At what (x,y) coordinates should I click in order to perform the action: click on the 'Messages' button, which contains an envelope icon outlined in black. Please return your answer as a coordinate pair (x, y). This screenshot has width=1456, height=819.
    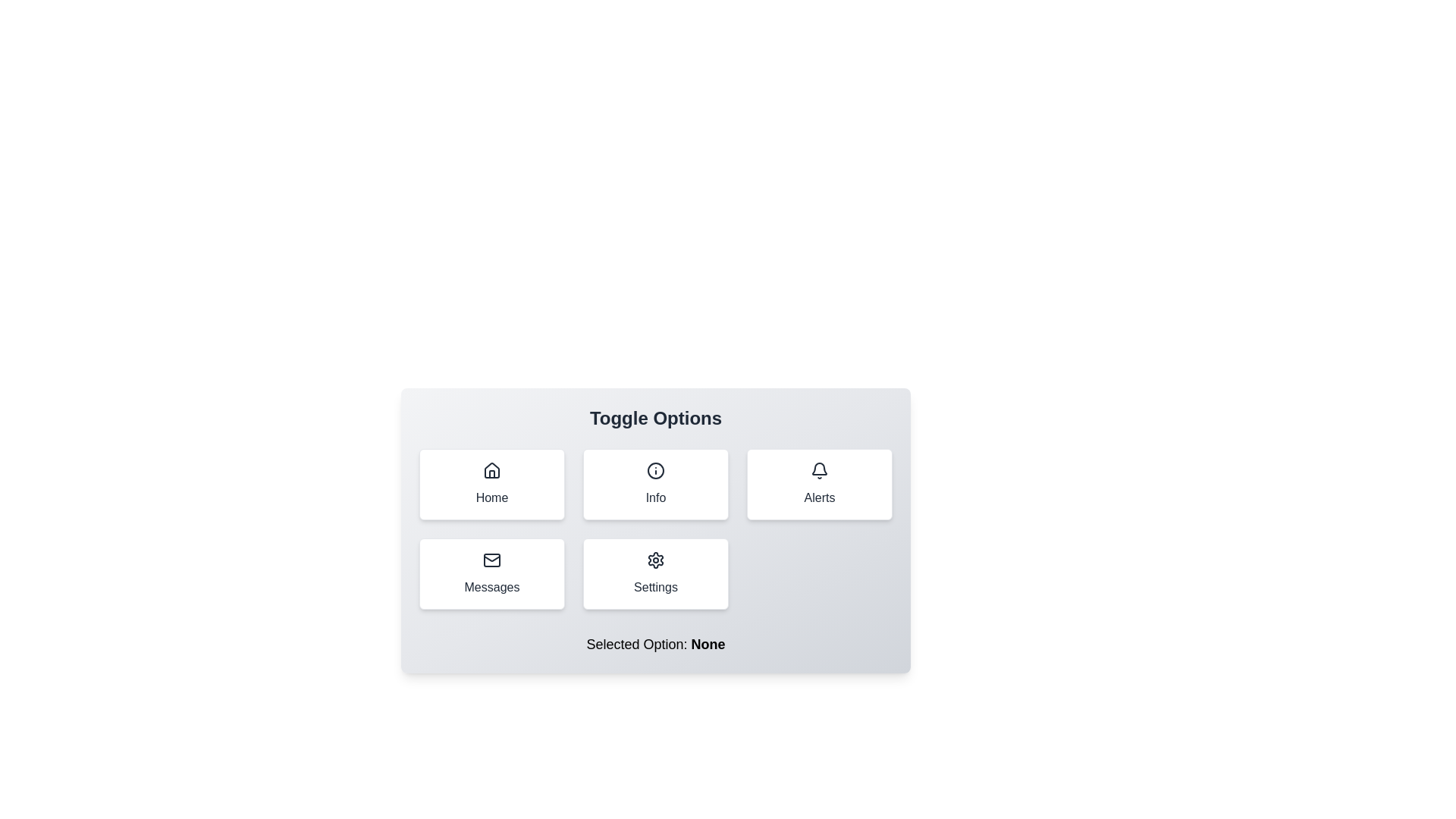
    Looking at the image, I should click on (491, 560).